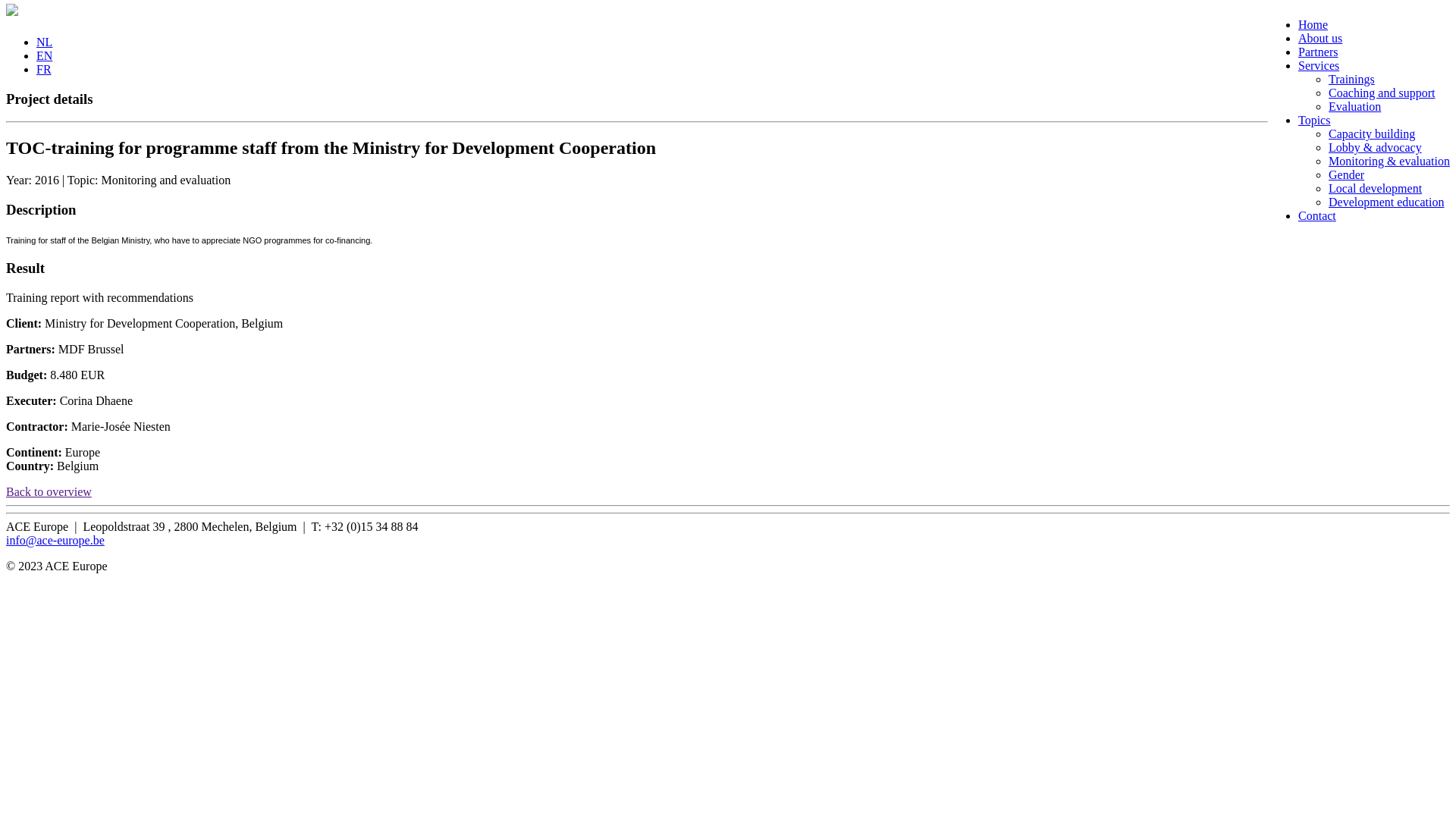 The height and width of the screenshot is (819, 1456). Describe the element at coordinates (1312, 24) in the screenshot. I see `'Home'` at that location.